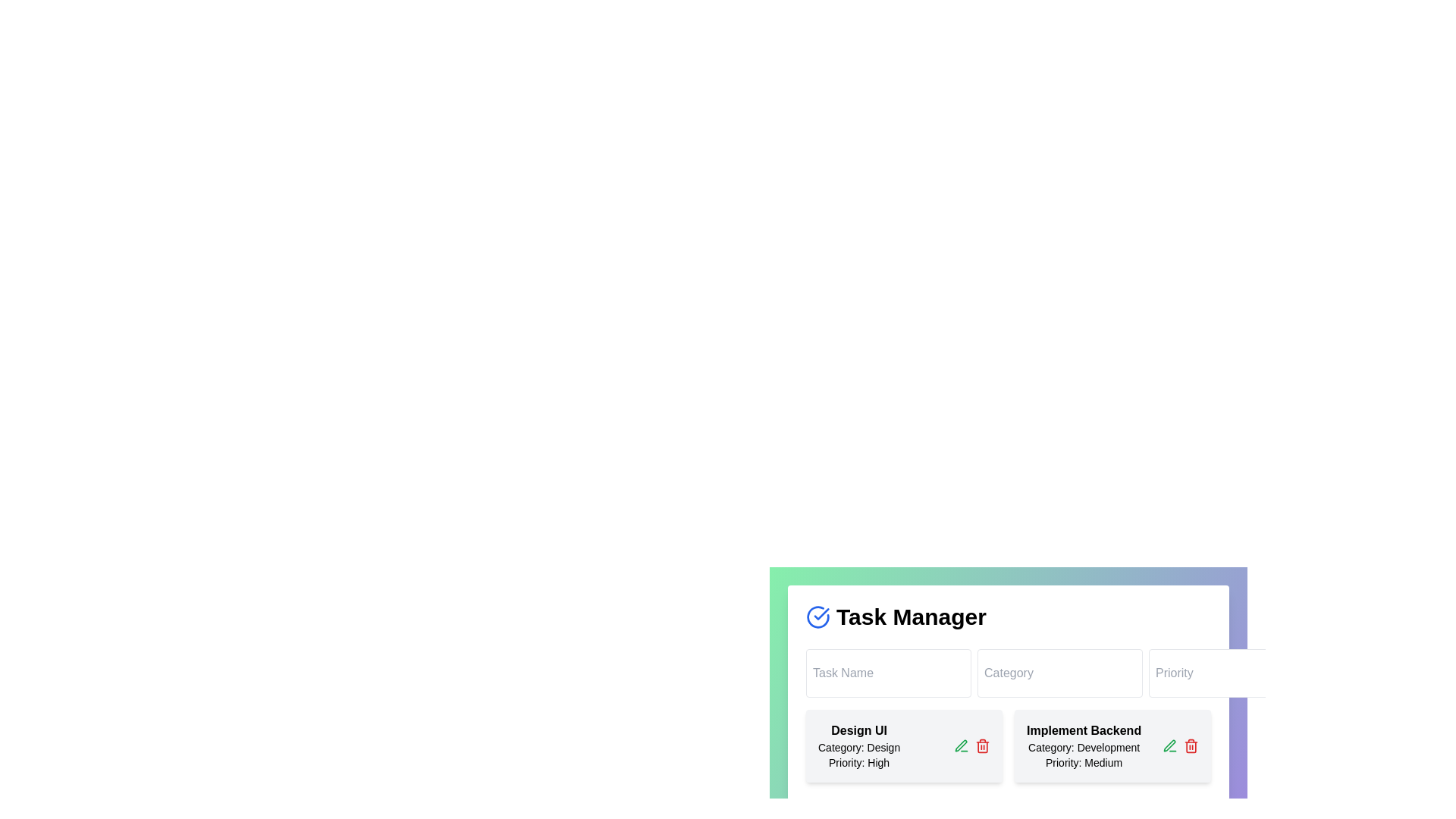 This screenshot has width=1456, height=819. I want to click on the first green pen icon located in the top left corner relative to the second pen icon to initiate the edit functionality, so click(960, 745).